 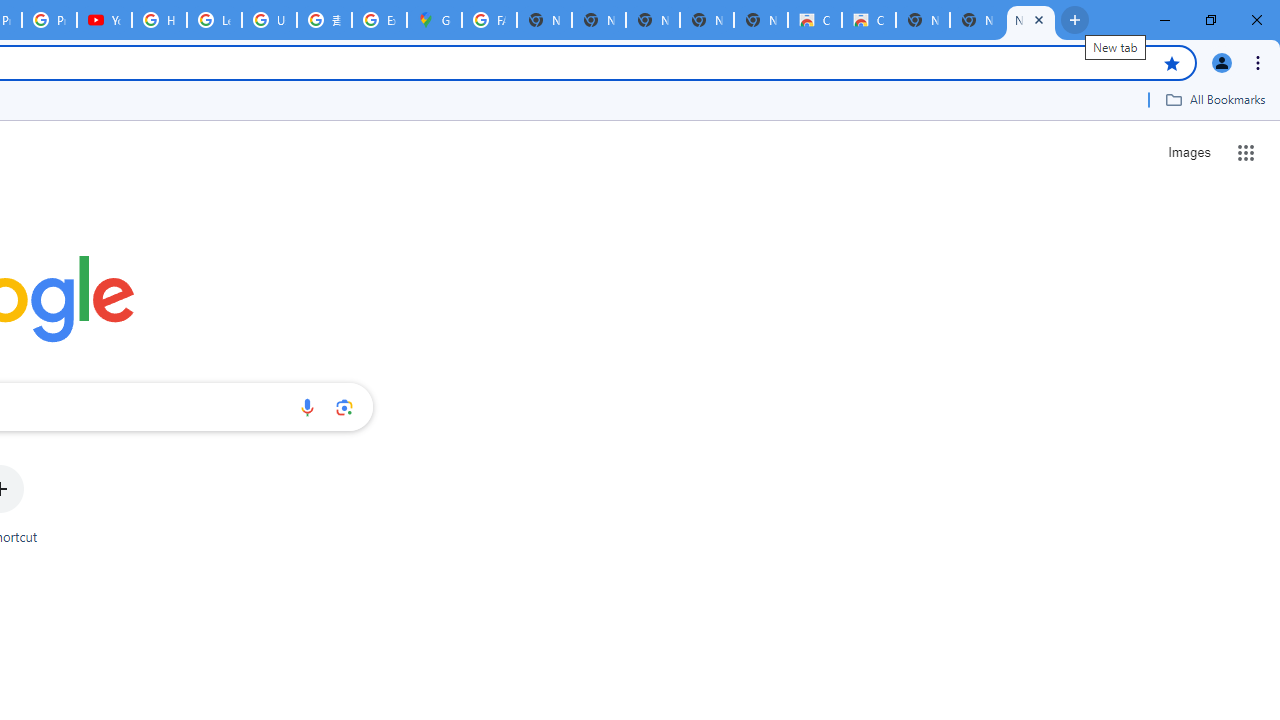 What do you see at coordinates (49, 20) in the screenshot?
I see `'Privacy Checkup'` at bounding box center [49, 20].